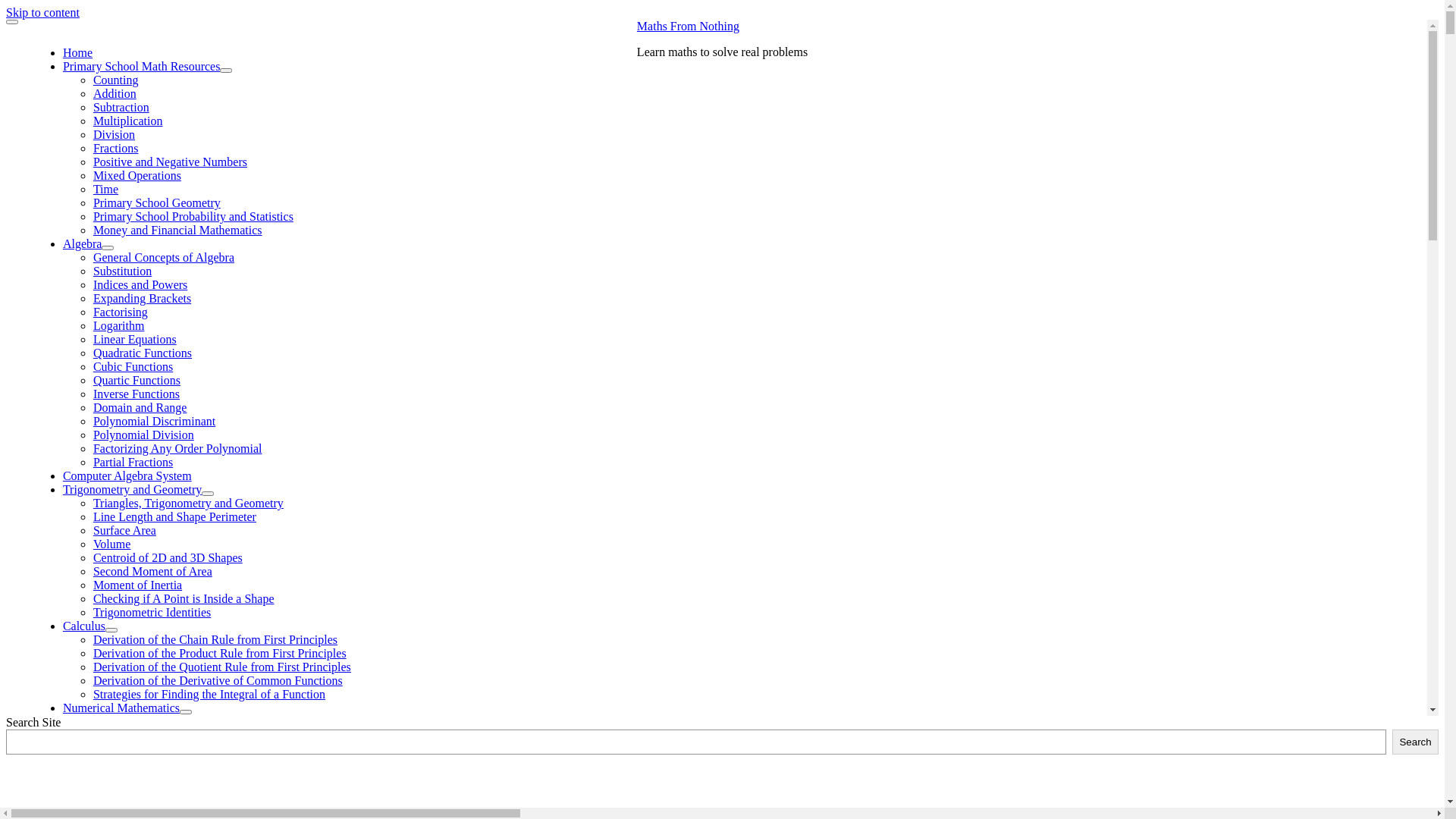 This screenshot has height=819, width=1456. I want to click on 'Second Moment of Area', so click(152, 571).